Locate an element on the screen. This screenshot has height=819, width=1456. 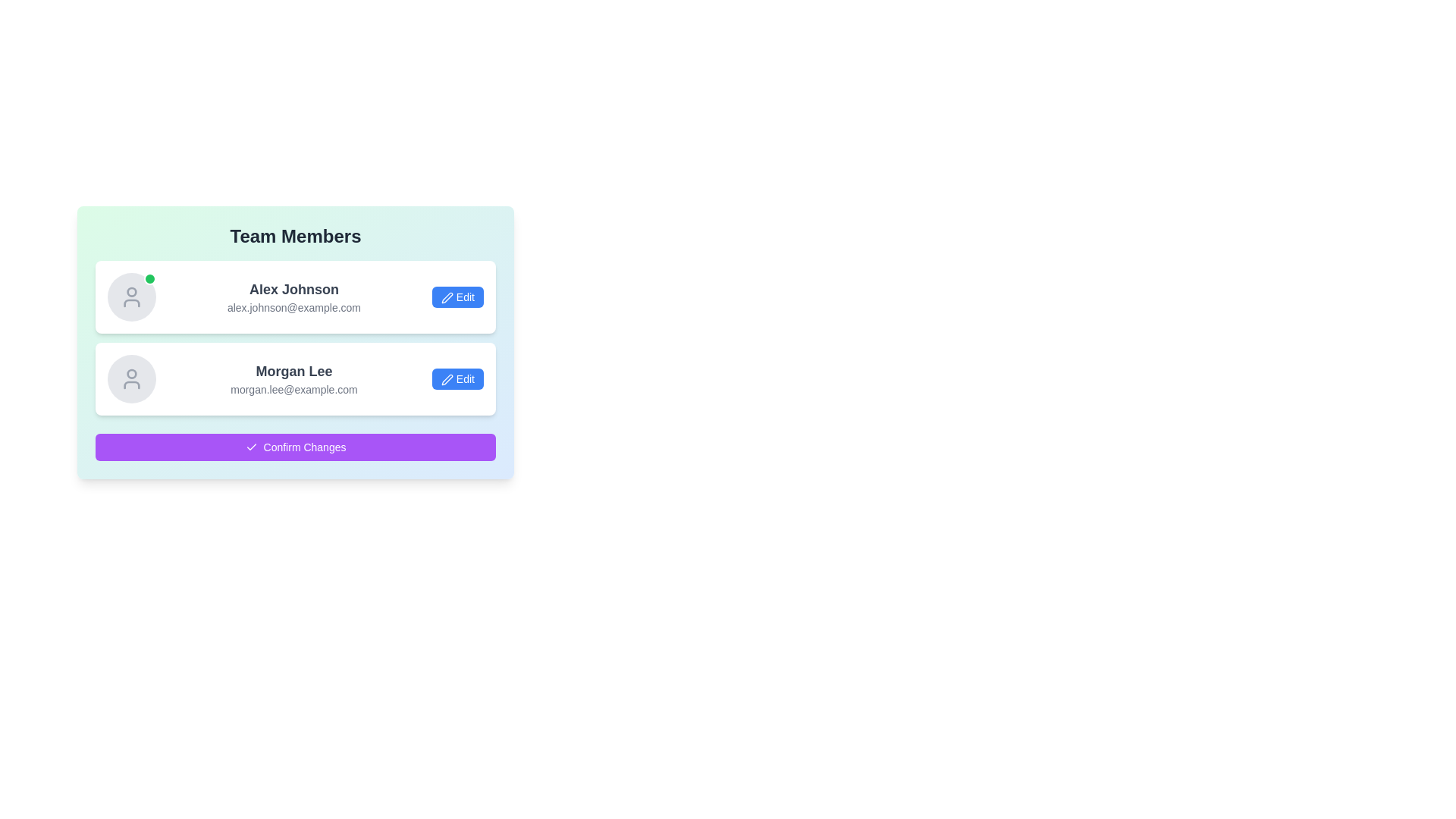
the decorative circle inside the user icon representing Alex Johnson in the Team Members list is located at coordinates (131, 292).